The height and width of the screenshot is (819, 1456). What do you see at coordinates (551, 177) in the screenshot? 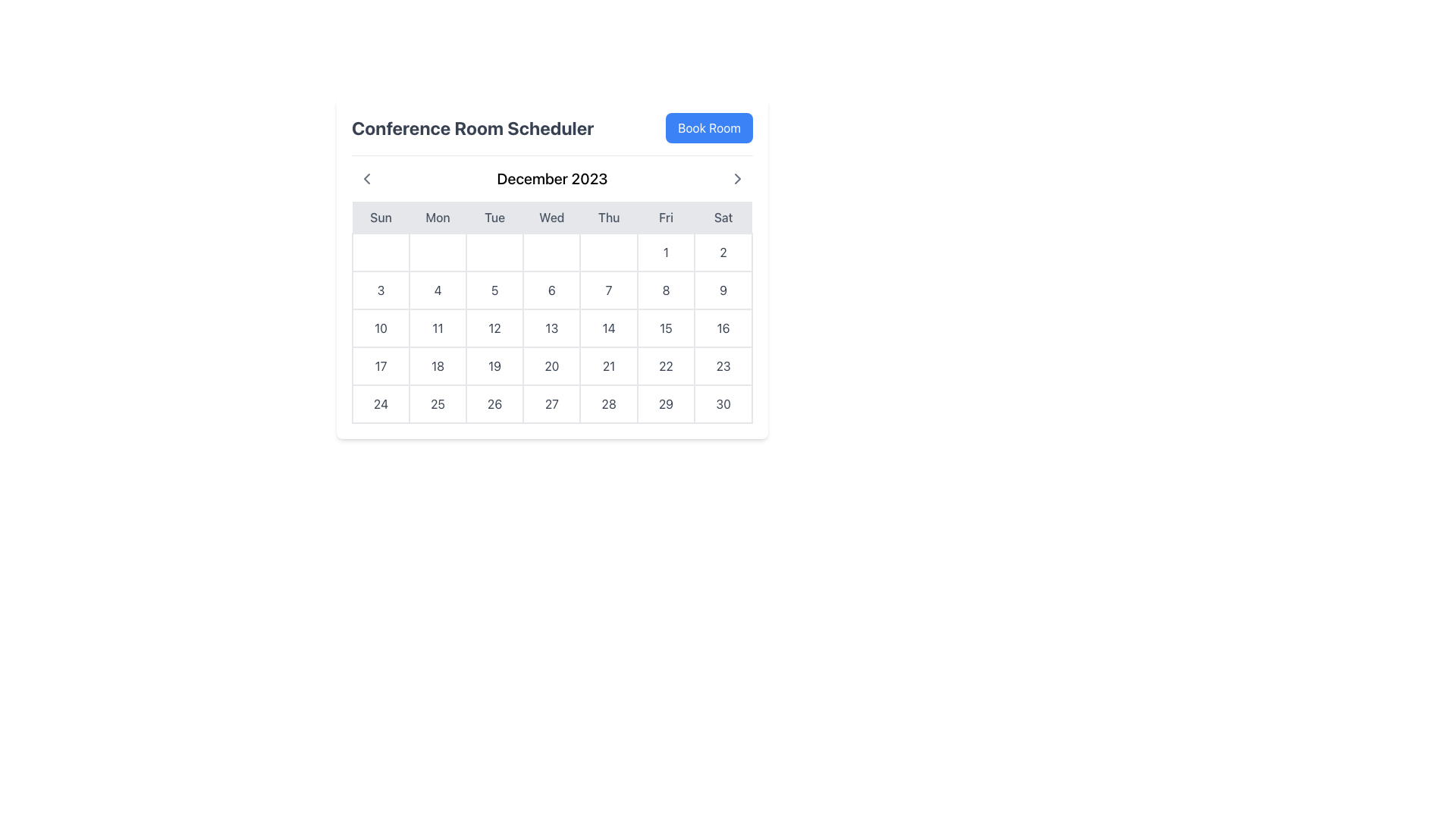
I see `displayed month name 'December 2023' from the header row in the calendar view, which is prominently displayed in a bold font` at bounding box center [551, 177].